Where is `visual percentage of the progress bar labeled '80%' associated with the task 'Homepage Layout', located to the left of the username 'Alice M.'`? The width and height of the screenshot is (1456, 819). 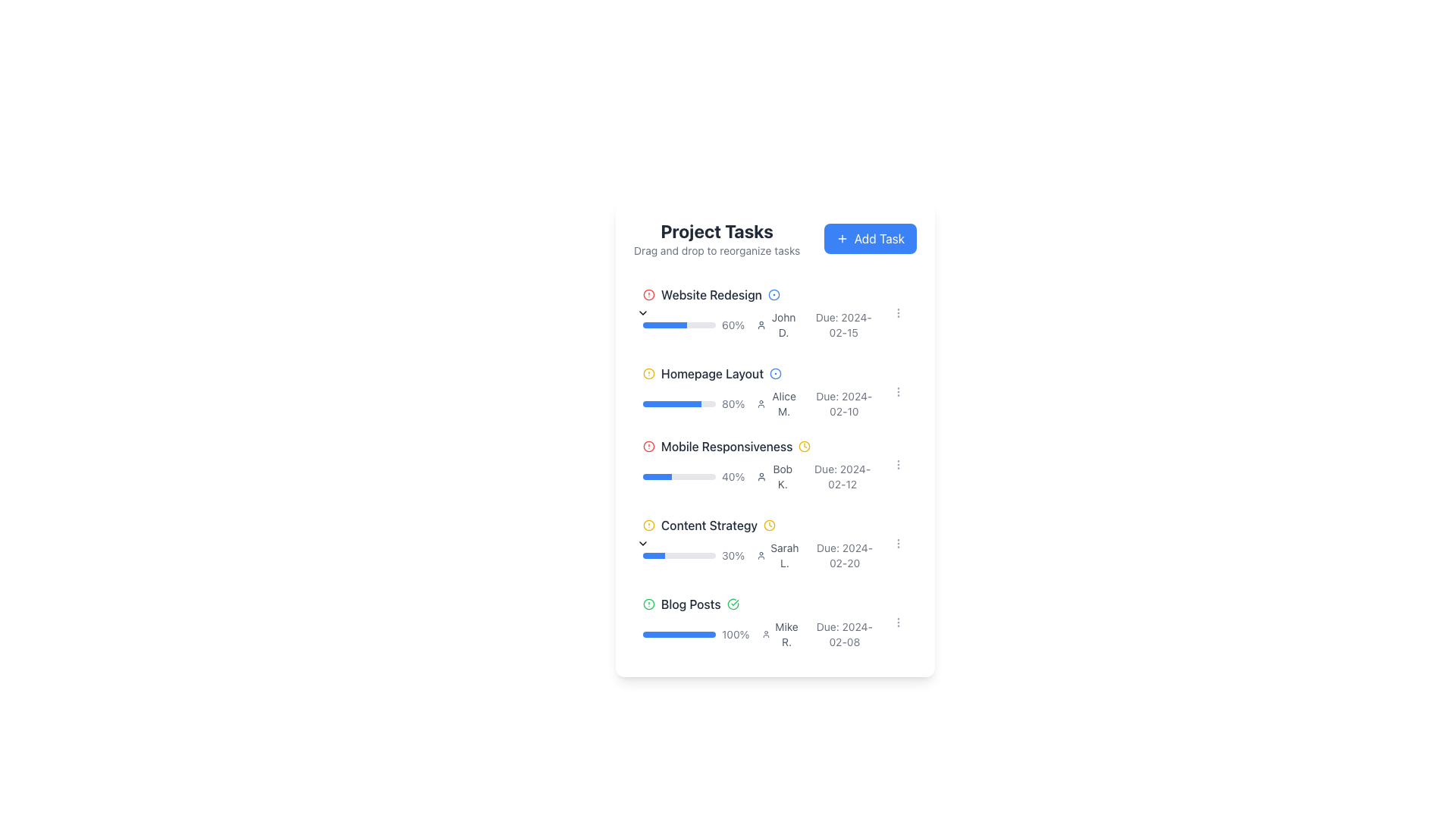
visual percentage of the progress bar labeled '80%' associated with the task 'Homepage Layout', located to the left of the username 'Alice M.' is located at coordinates (693, 403).